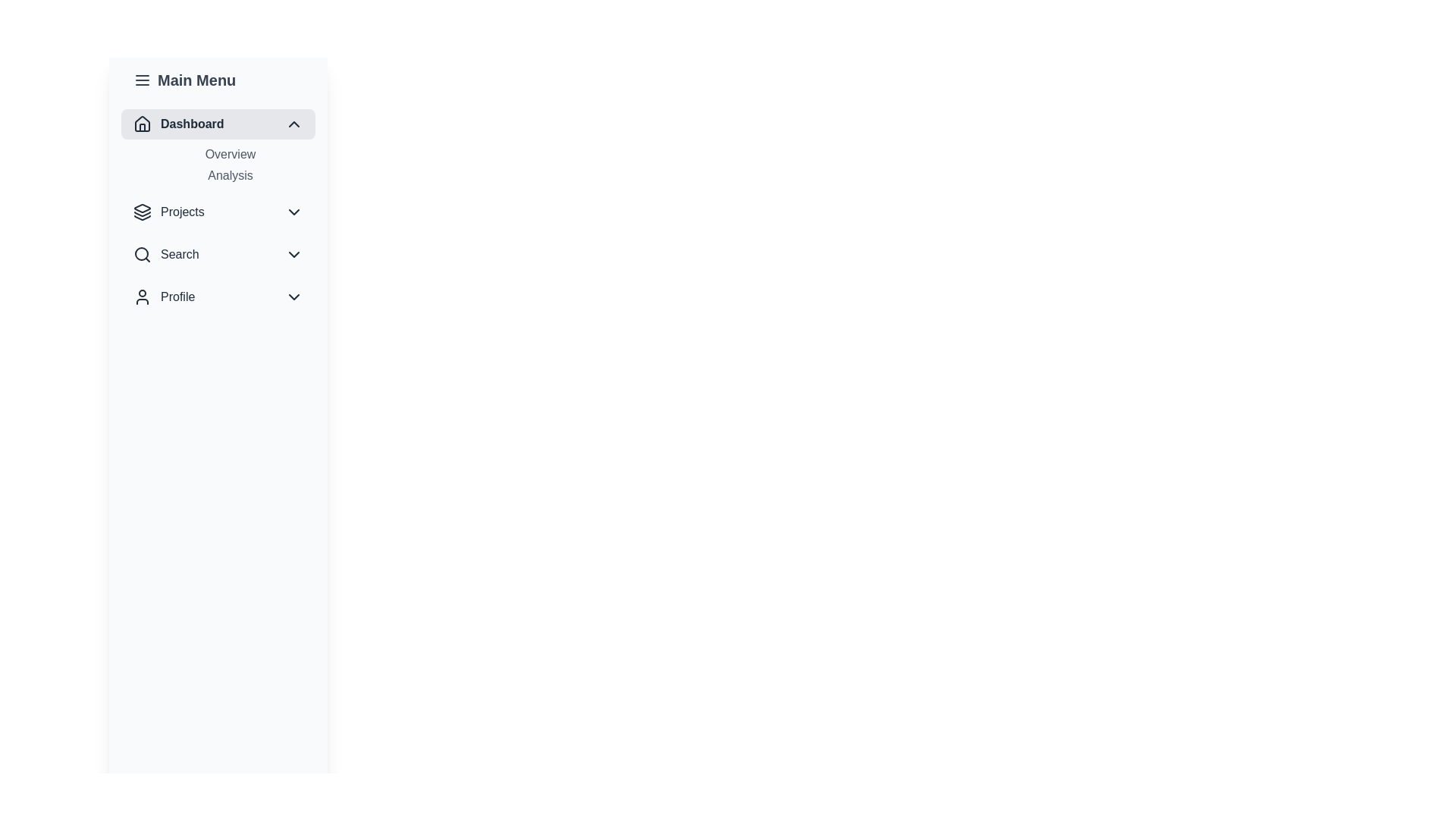 This screenshot has width=1456, height=819. I want to click on the Navigation link with text and icon, located in the left-hand vertical navigation menu, positioned between 'Projects' and 'Profile', so click(166, 253).